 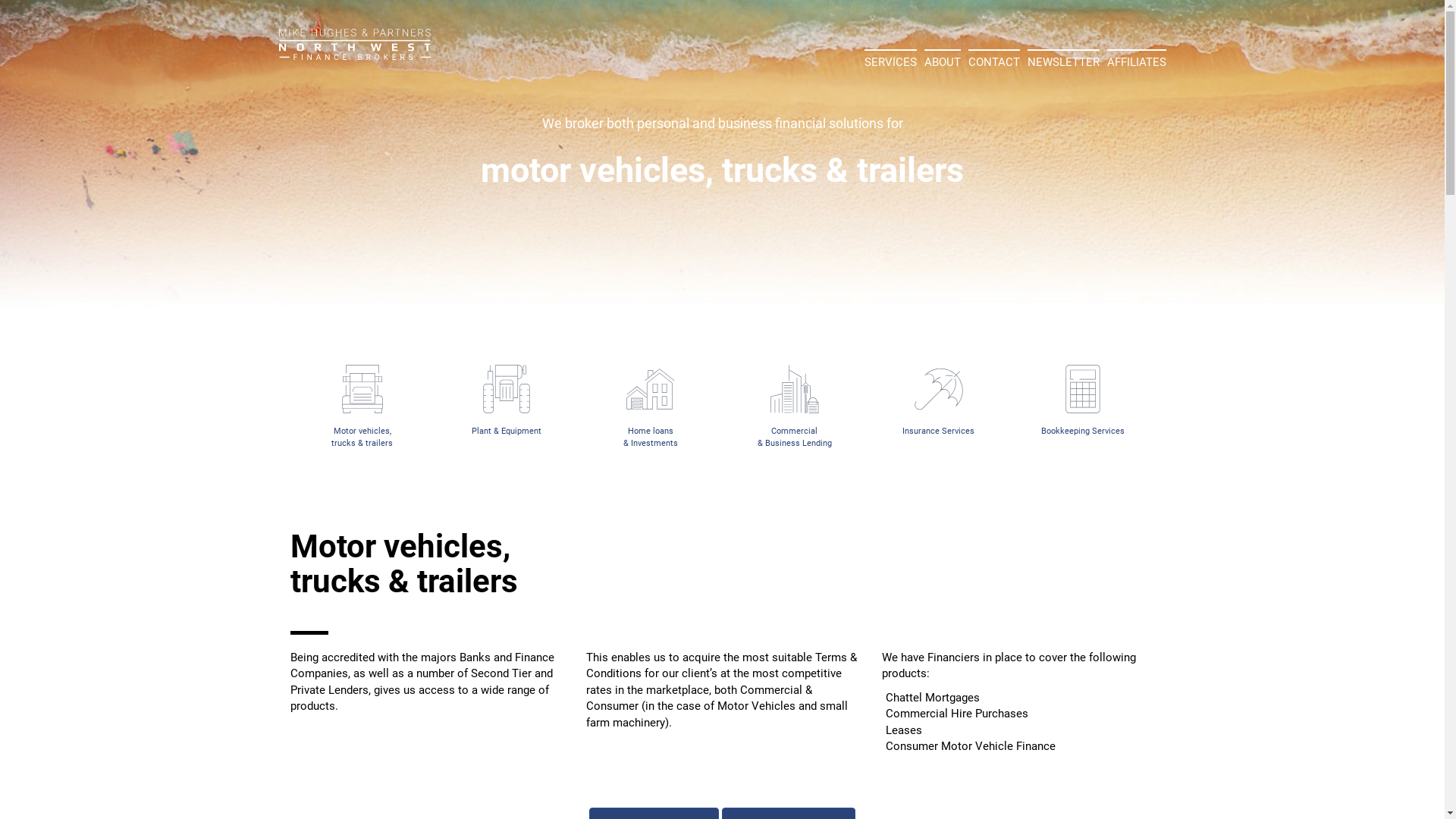 What do you see at coordinates (864, 61) in the screenshot?
I see `'SERVICES'` at bounding box center [864, 61].